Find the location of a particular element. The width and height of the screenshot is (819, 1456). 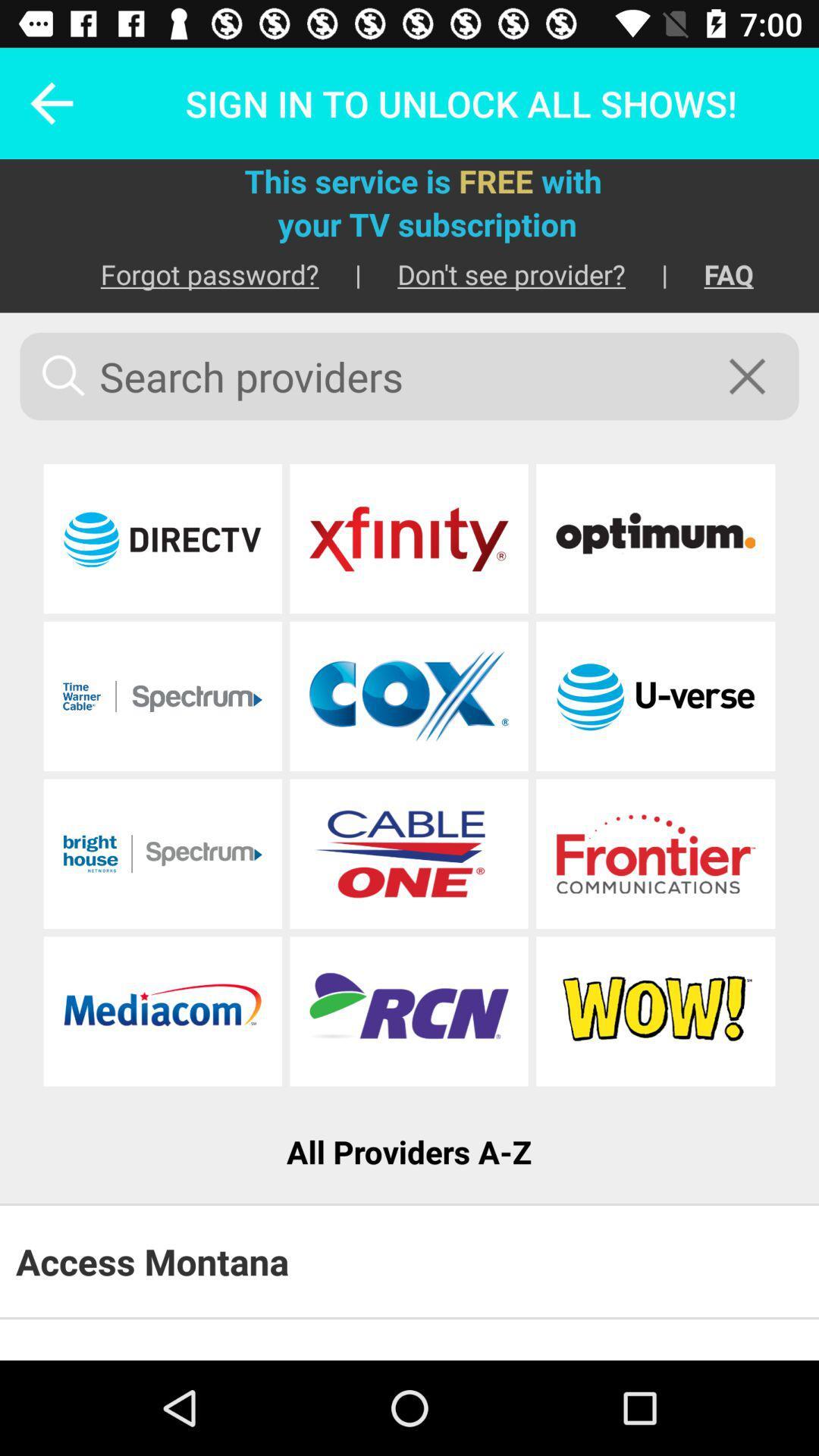

connect to directv account is located at coordinates (162, 538).